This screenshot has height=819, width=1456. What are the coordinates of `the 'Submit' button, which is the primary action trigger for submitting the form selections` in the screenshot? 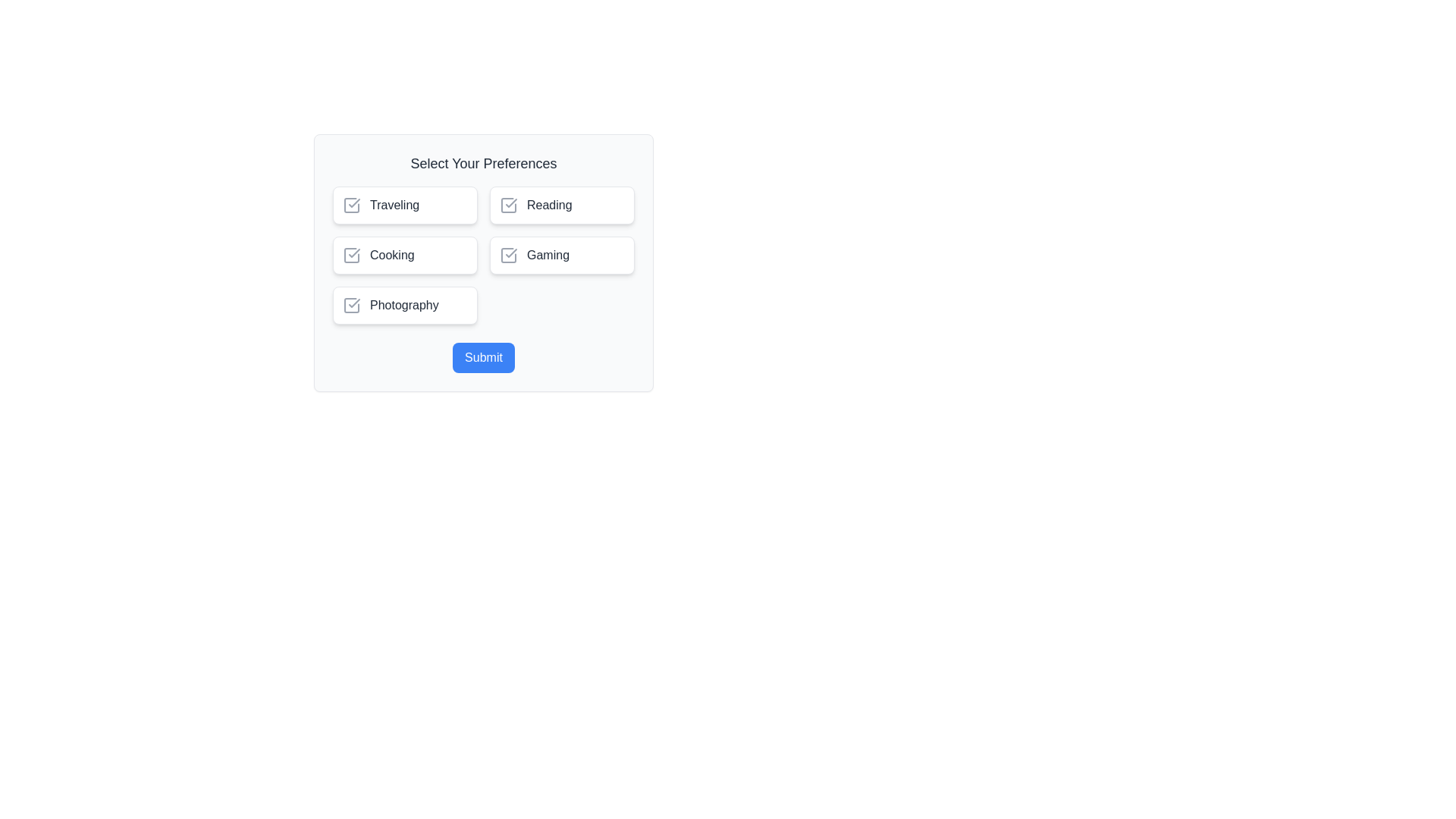 It's located at (483, 357).